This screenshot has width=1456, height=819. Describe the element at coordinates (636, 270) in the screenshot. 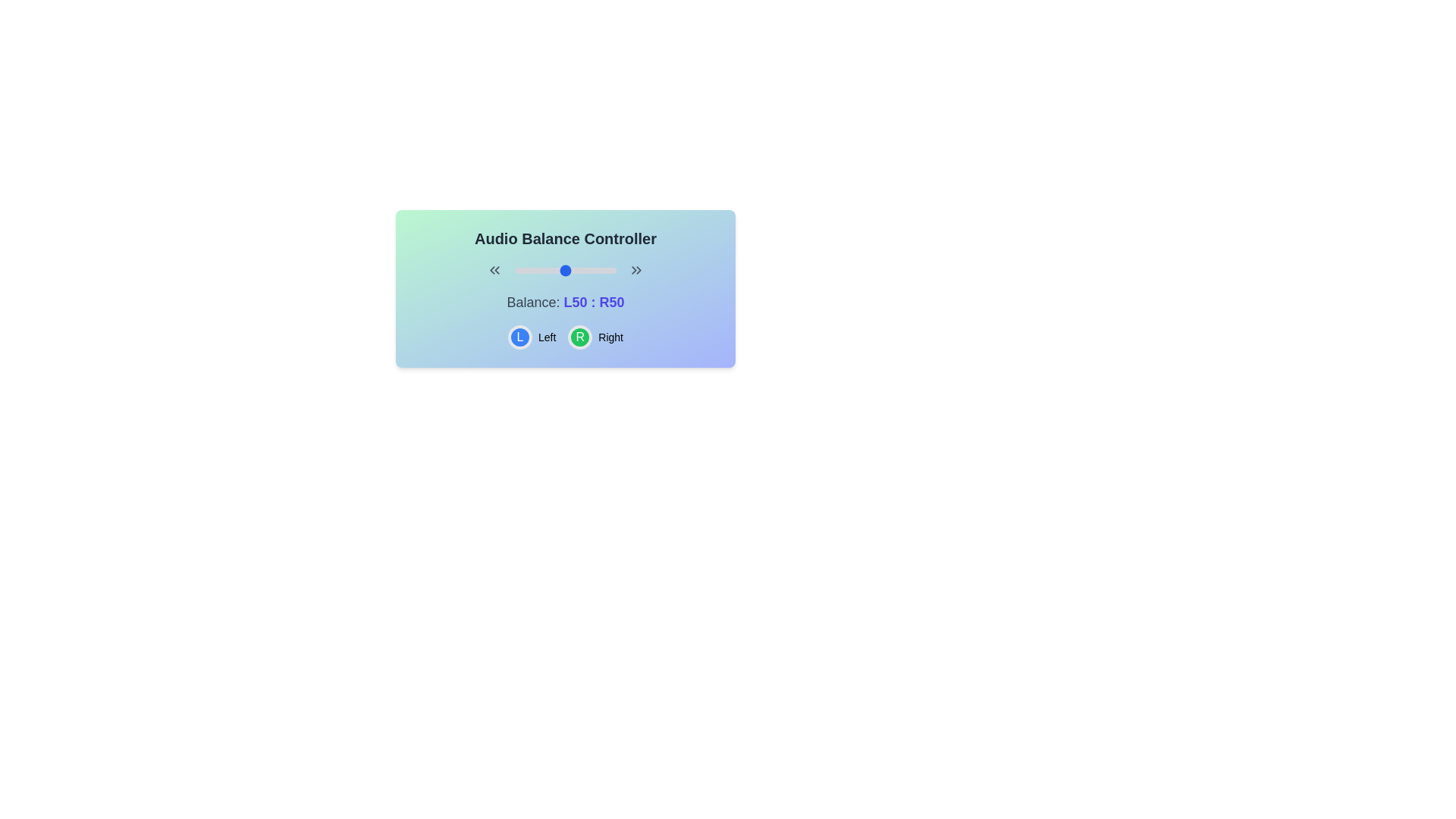

I see `the right chevron icon to adjust the audio balance` at that location.